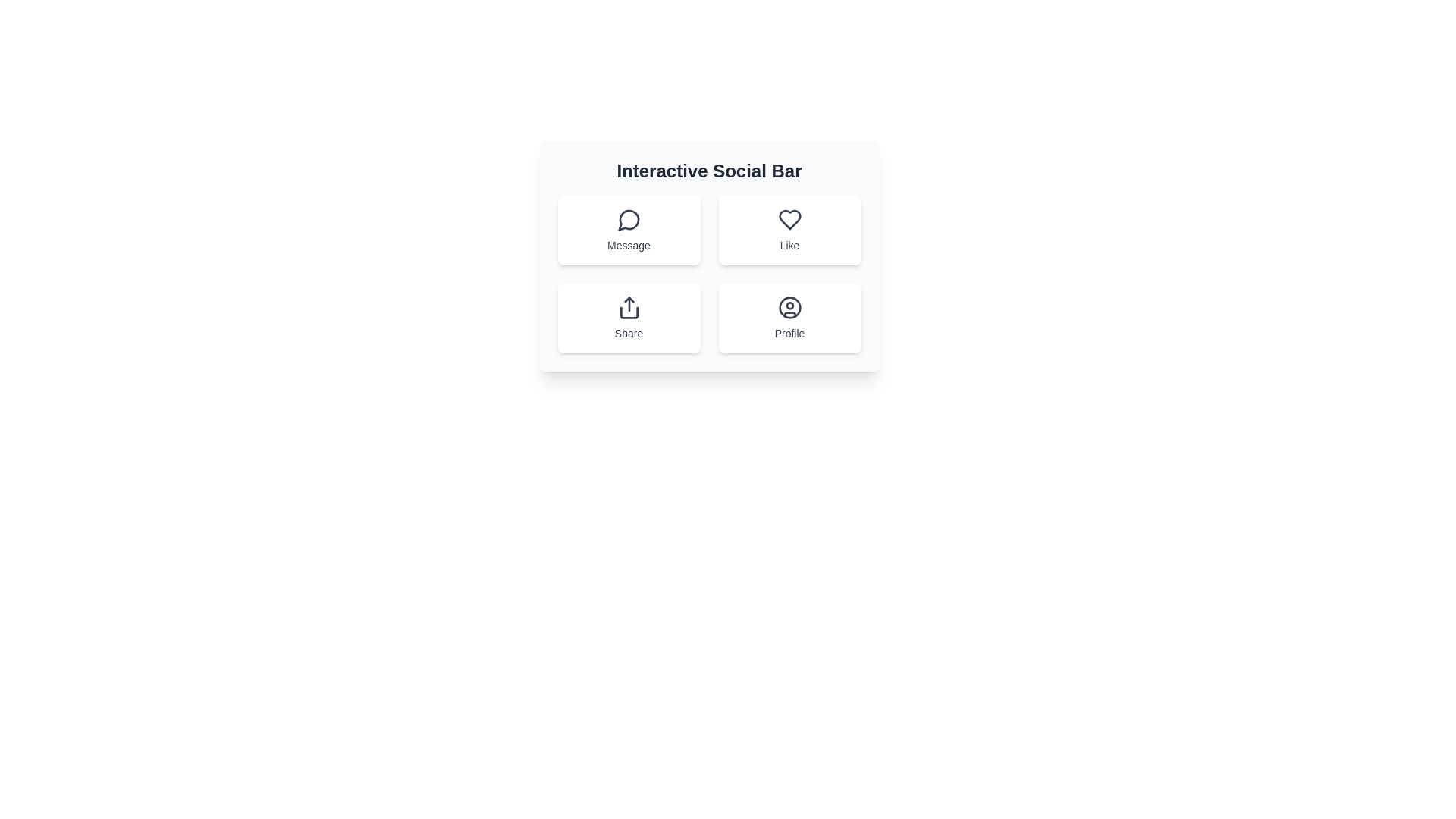  Describe the element at coordinates (629, 219) in the screenshot. I see `the circular speech bubble icon with a stroke outline located at the center-top of the 'Message' card` at that location.